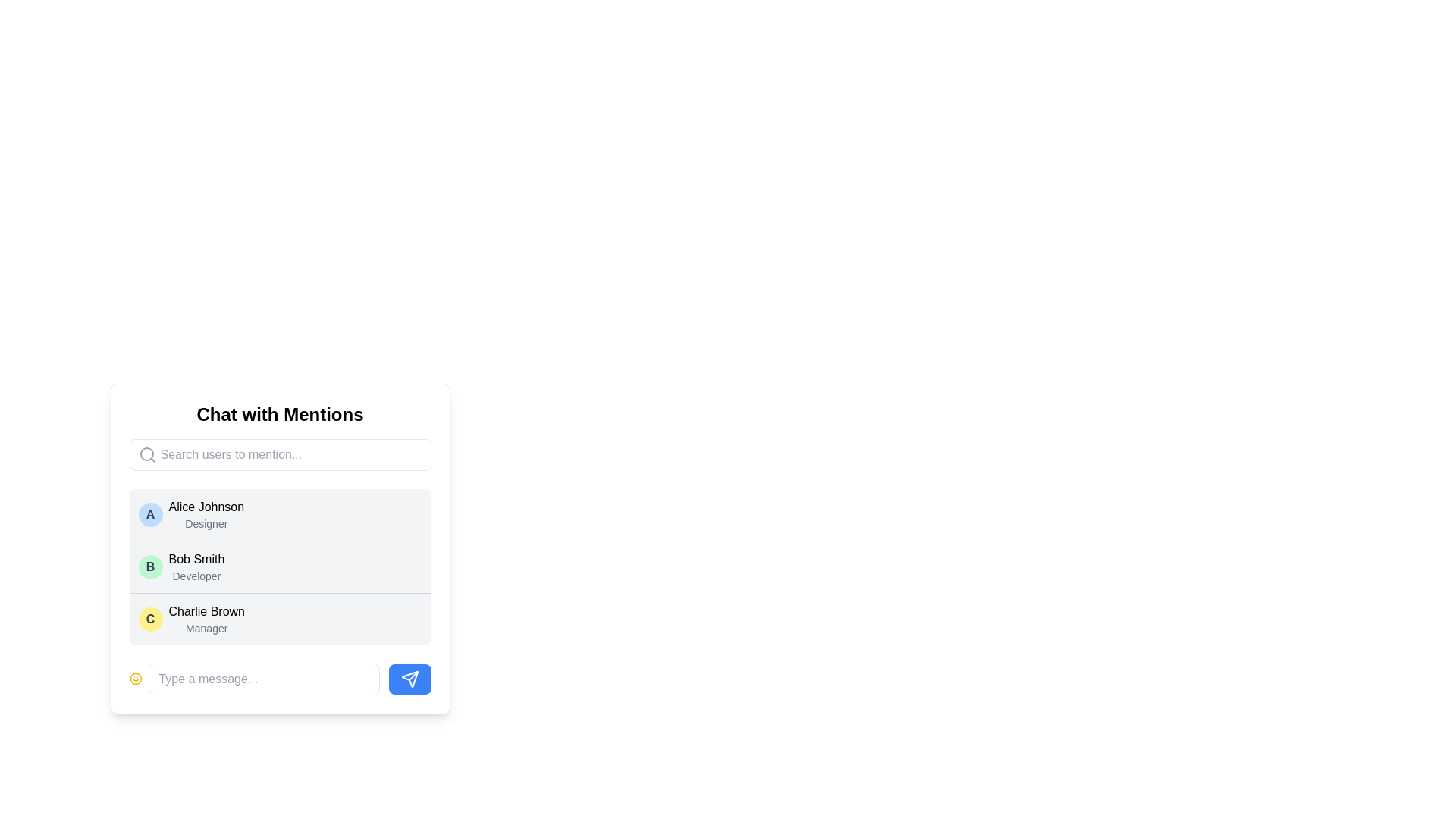 This screenshot has width=1456, height=819. What do you see at coordinates (196, 559) in the screenshot?
I see `on the Text label displaying 'Bob Smith' in the user list` at bounding box center [196, 559].